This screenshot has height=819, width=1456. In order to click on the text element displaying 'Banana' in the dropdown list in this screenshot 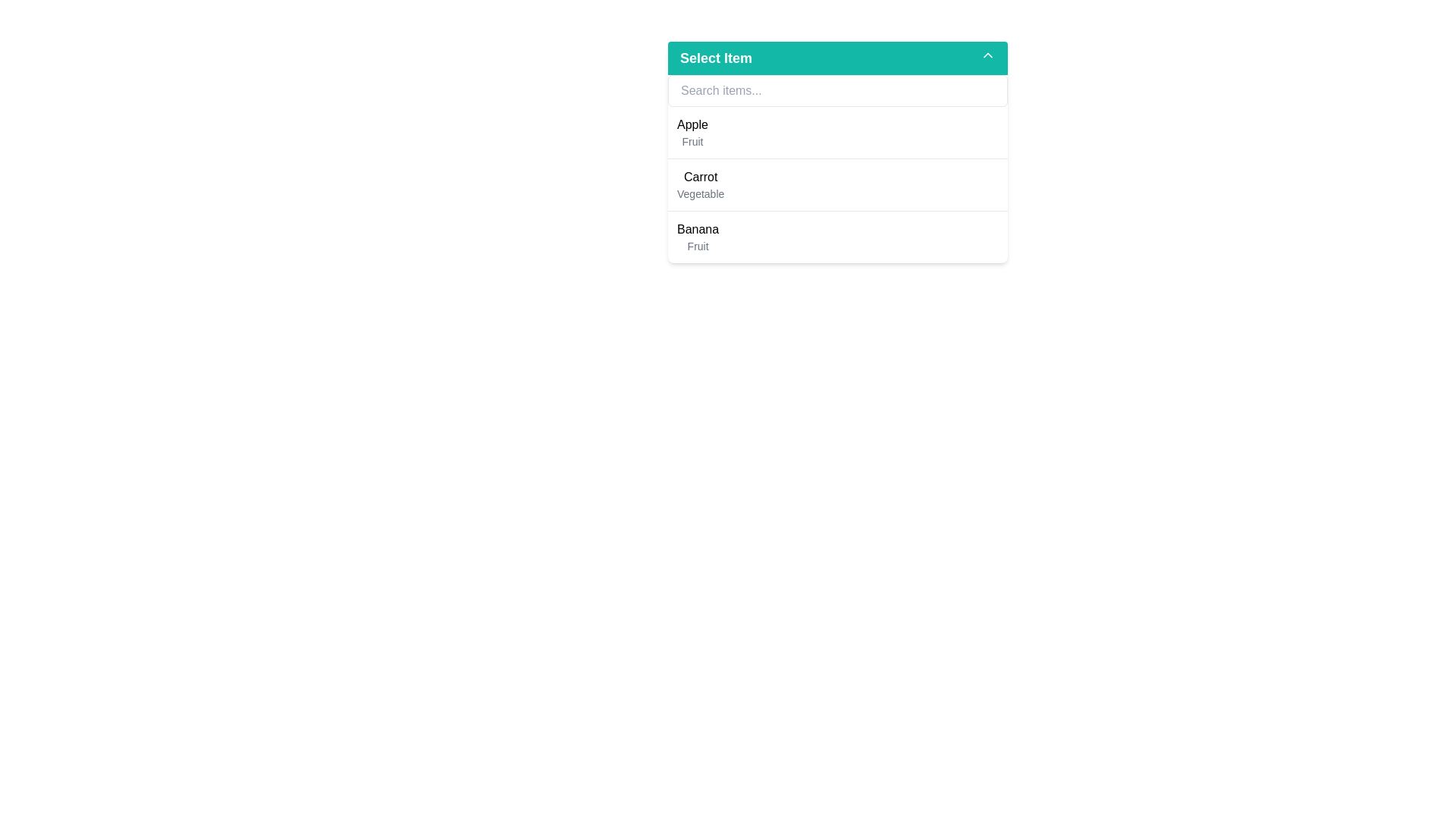, I will do `click(697, 237)`.